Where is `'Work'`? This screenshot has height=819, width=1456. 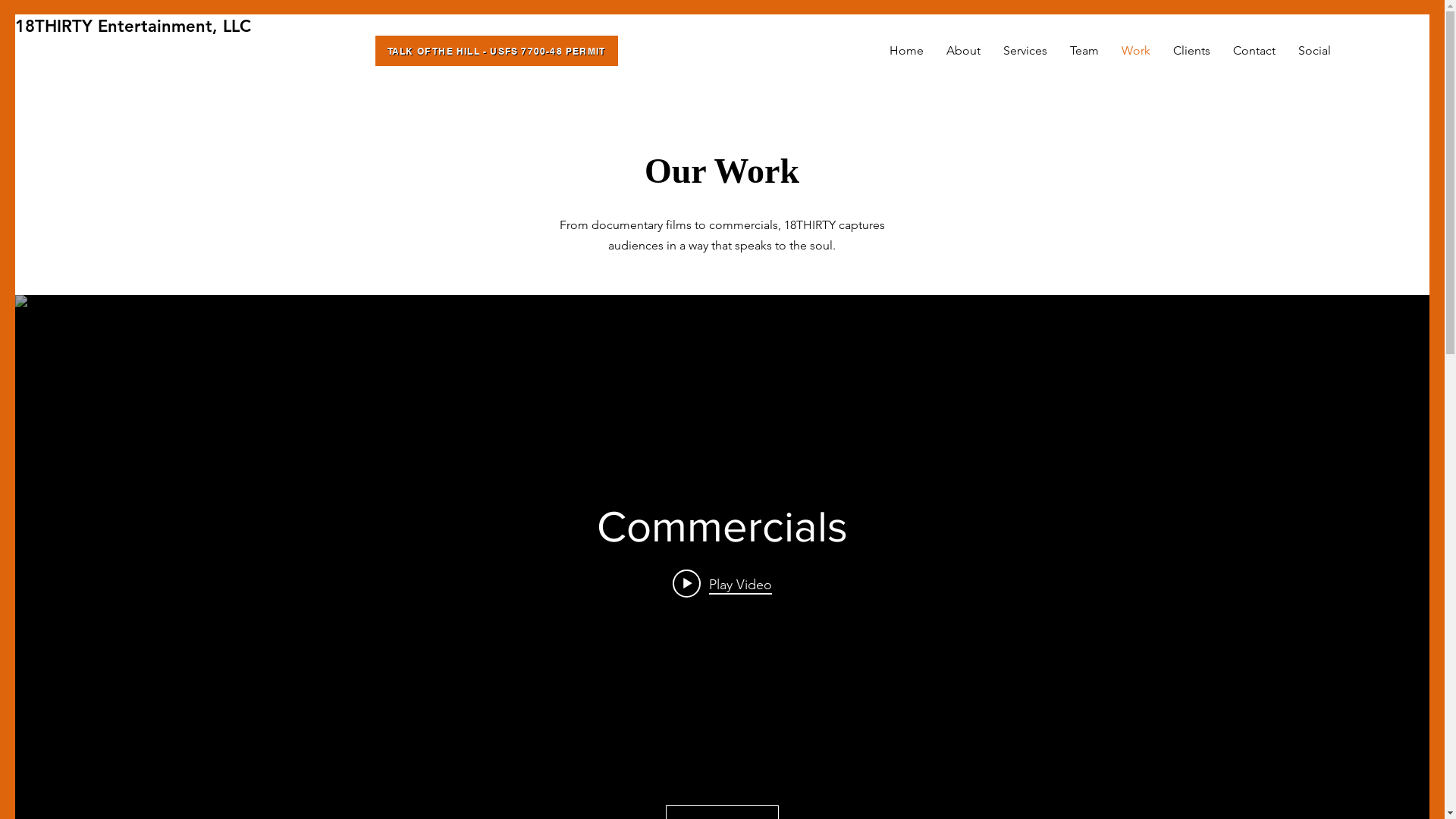
'Work' is located at coordinates (1135, 49).